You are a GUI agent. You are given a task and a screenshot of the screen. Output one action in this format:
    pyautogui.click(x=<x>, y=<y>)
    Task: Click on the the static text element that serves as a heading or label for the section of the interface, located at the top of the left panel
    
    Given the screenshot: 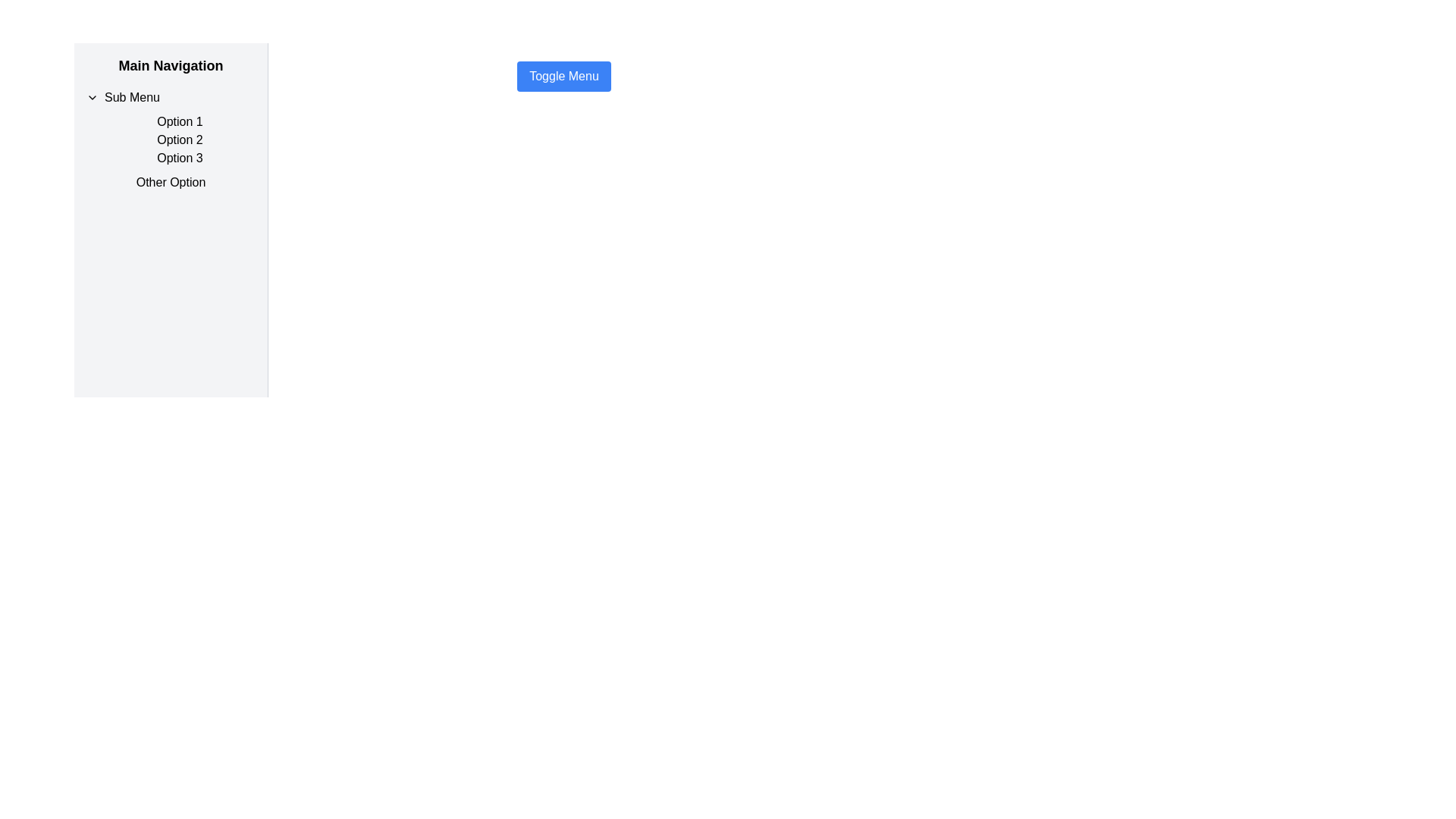 What is the action you would take?
    pyautogui.click(x=171, y=65)
    